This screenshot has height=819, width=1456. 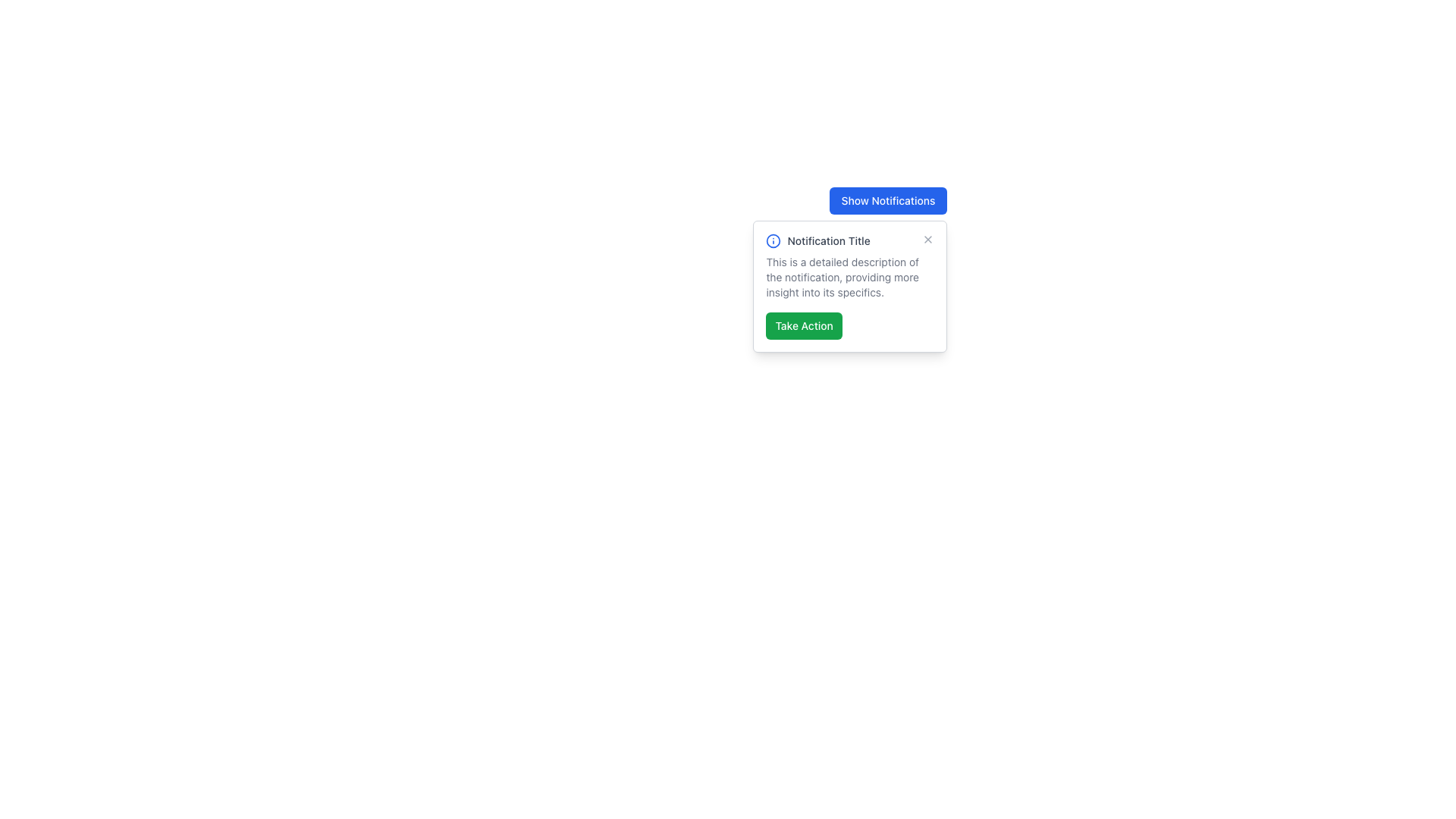 I want to click on the circular outline SVG icon with an 'i' symbol, which is located to the left of the title 'Notification Title' within the notification card, so click(x=773, y=240).